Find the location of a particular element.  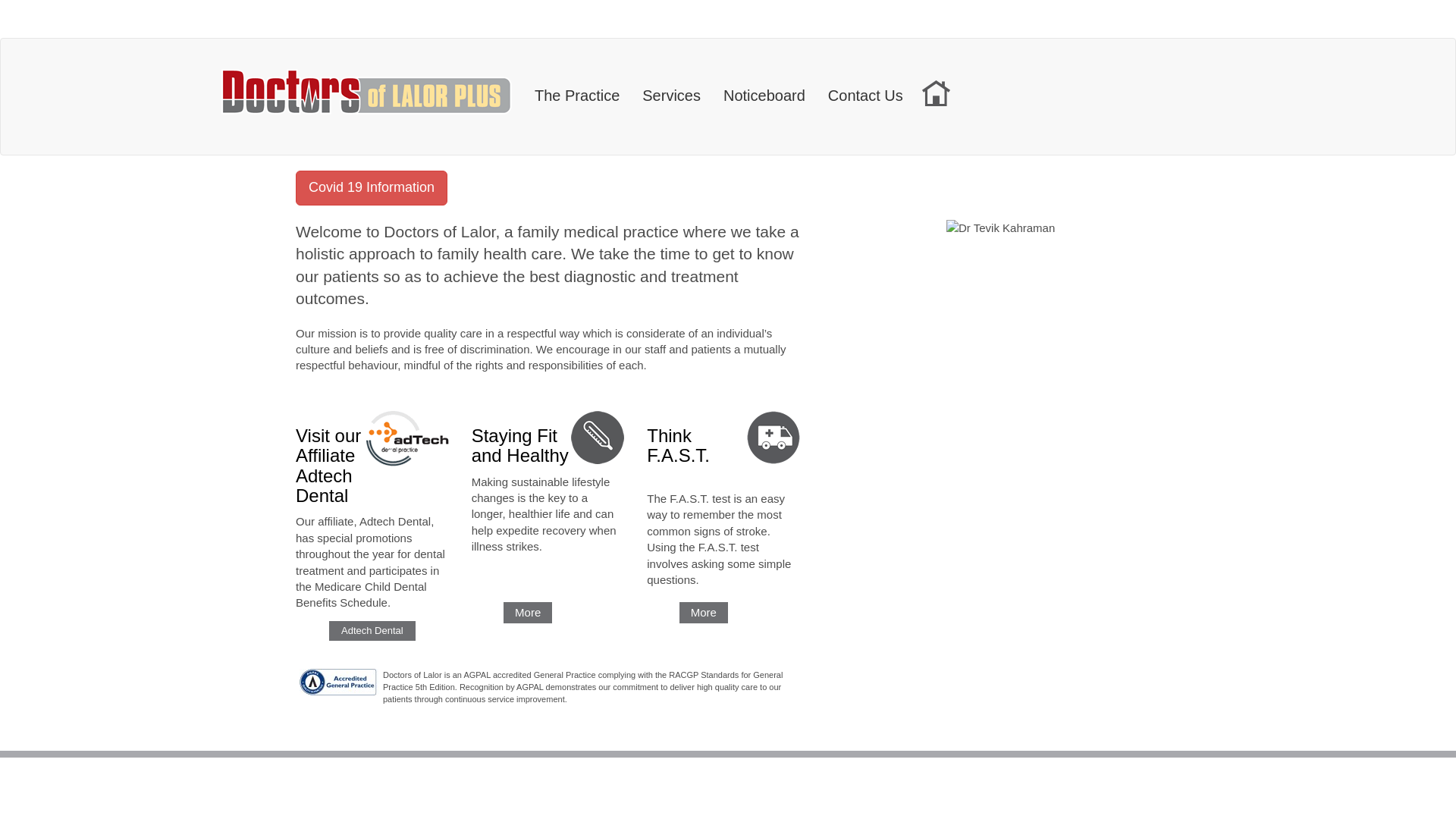

'More' is located at coordinates (679, 611).